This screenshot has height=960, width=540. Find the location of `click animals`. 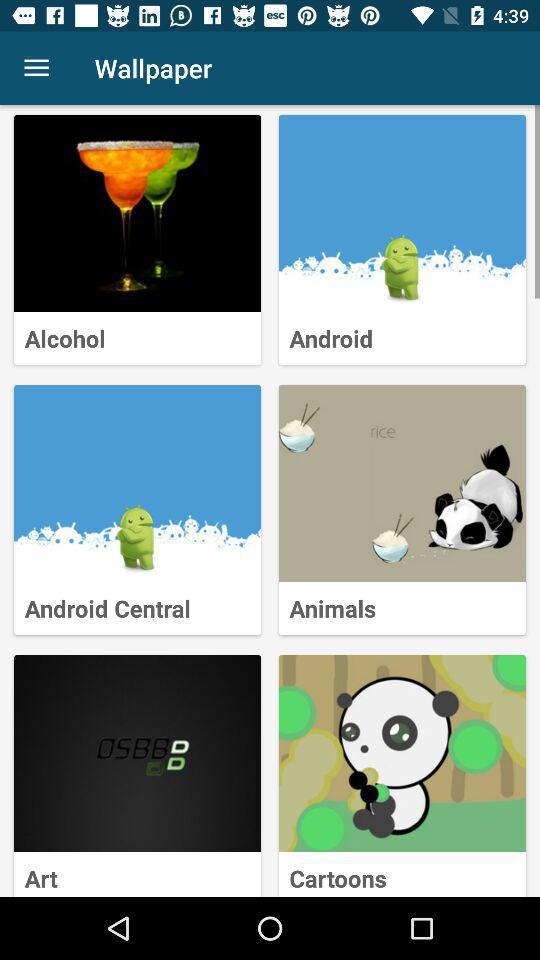

click animals is located at coordinates (402, 482).